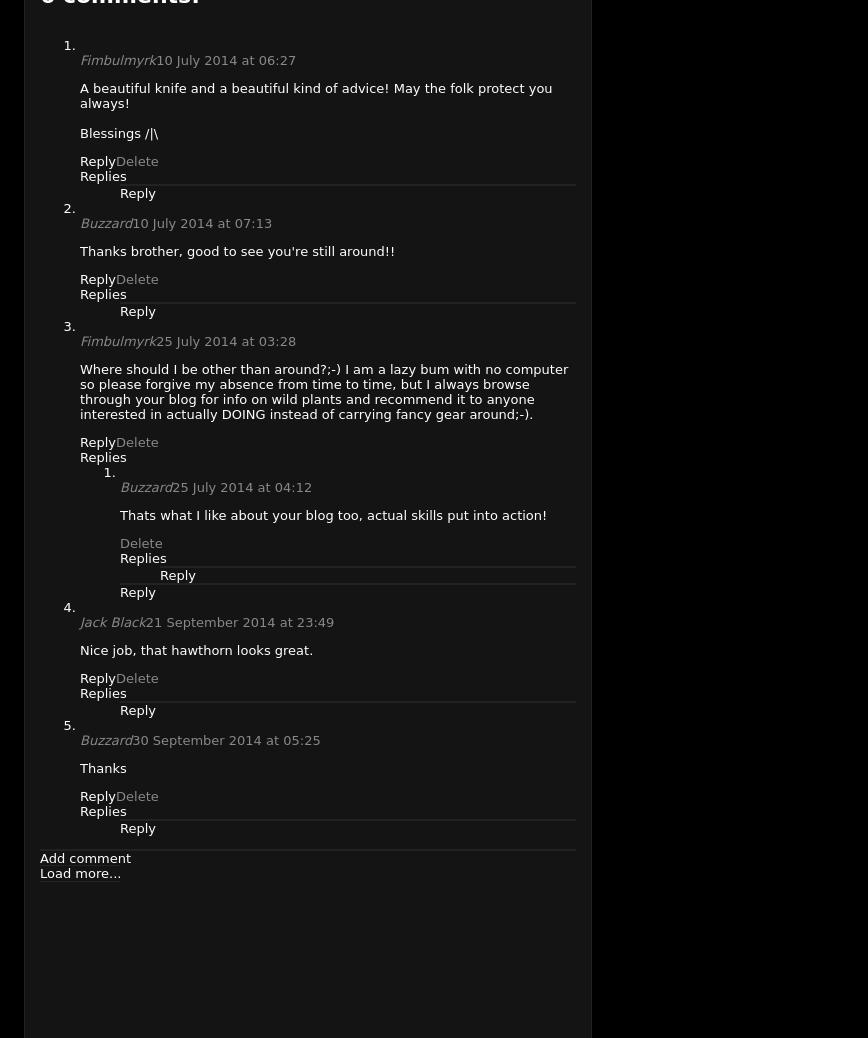  I want to click on 'Load more...', so click(80, 872).